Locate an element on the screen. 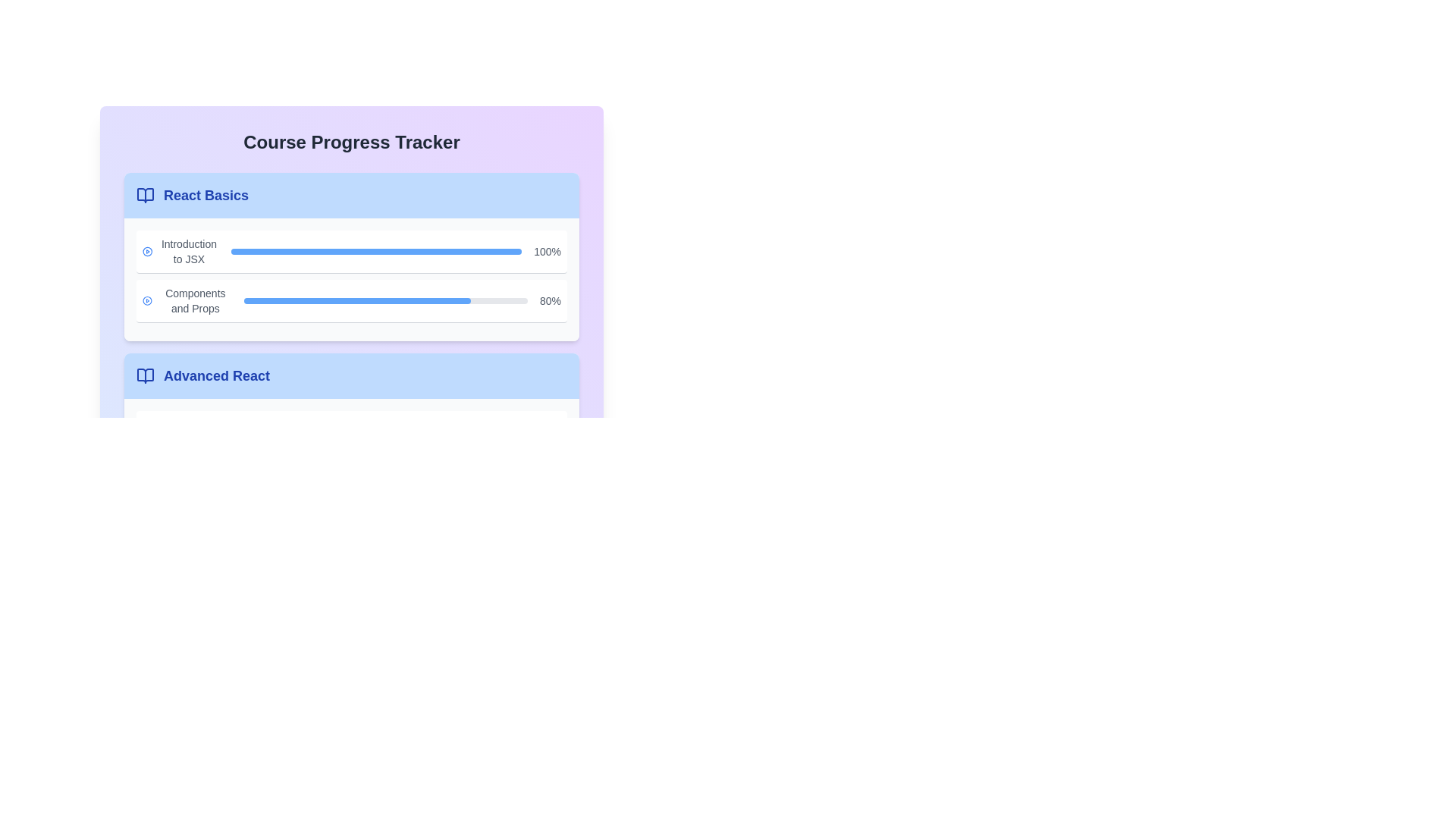  the progress bar that visually represents 80% completion in the 'Components and Props' section, located centrally below the 'Introduction to JSX' progress bar in the React Basics module is located at coordinates (386, 301).